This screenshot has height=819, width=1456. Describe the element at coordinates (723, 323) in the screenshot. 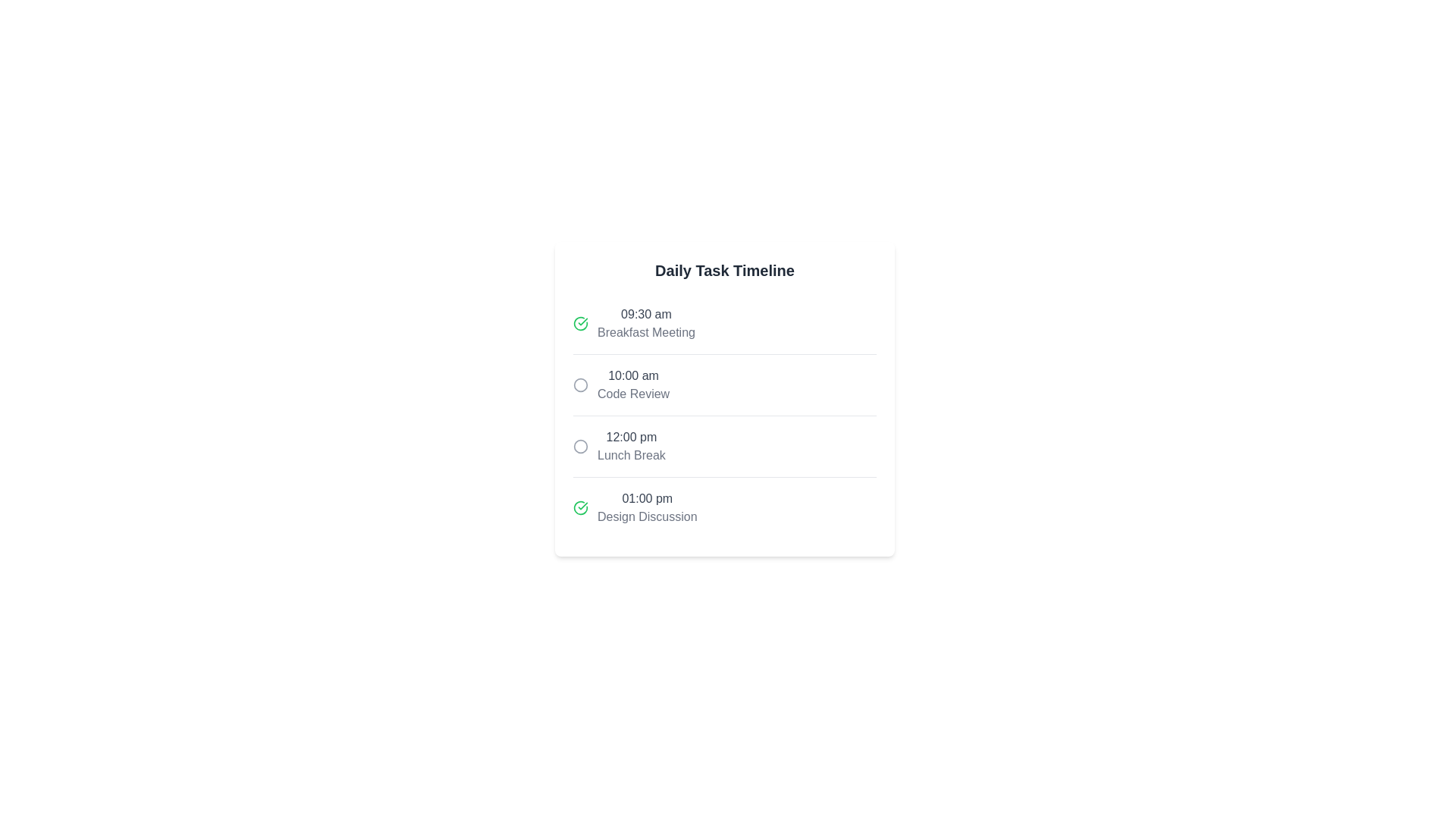

I see `the first entry in the 'Daily Task Timeline' section representing a completed 'Breakfast Meeting' event scheduled for 09:30 am` at that location.